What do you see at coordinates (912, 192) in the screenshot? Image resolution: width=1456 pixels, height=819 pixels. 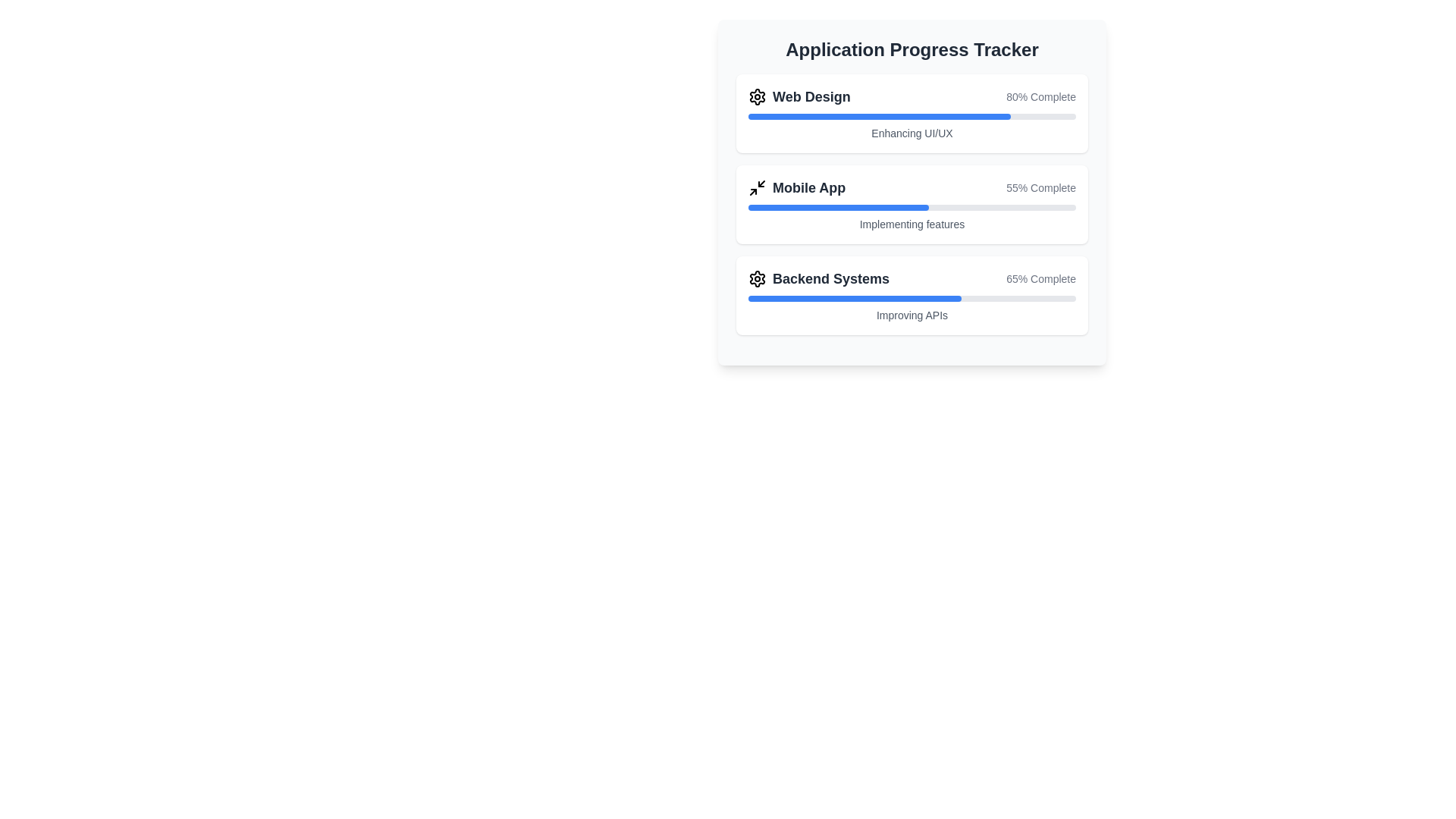 I see `the progress information of the 'Mobile App' section in the Progress Tracker card, which displays percentage completion and a visual progress bar` at bounding box center [912, 192].